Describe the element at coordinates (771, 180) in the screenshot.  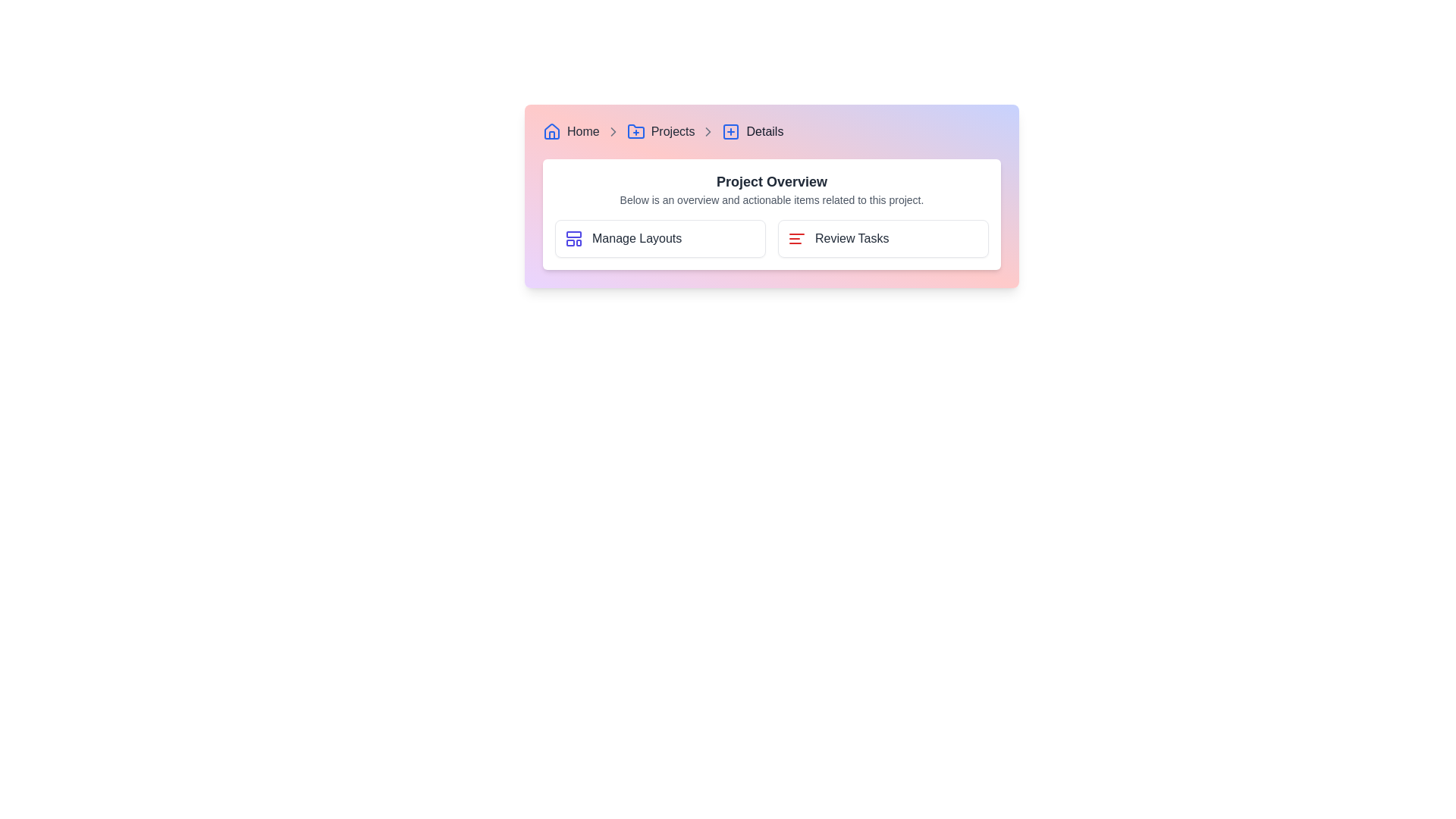
I see `the bold text label 'Project Overview' which is prominently displayed in the header section` at that location.